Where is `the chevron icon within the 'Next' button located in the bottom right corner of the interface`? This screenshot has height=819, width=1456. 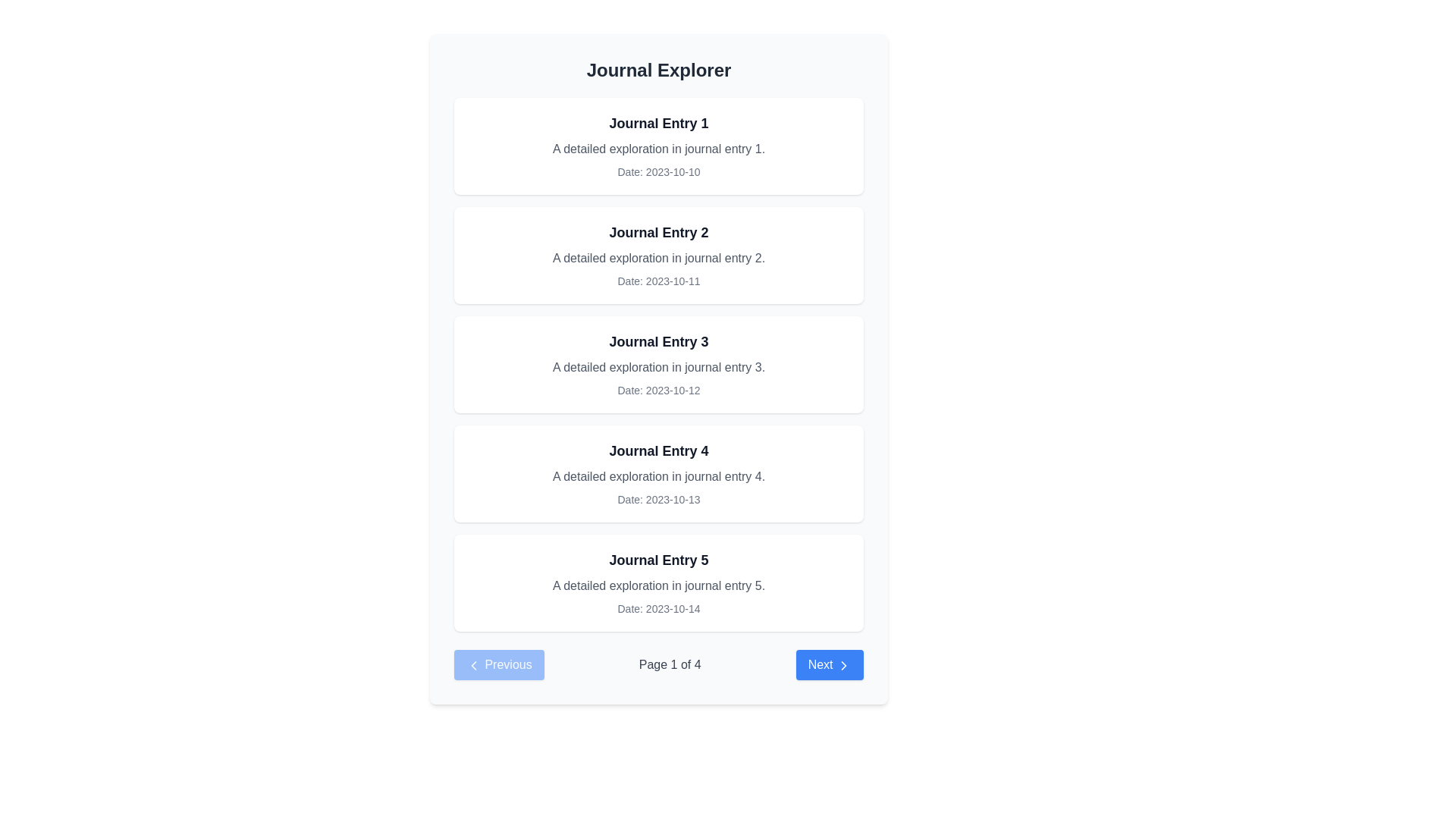 the chevron icon within the 'Next' button located in the bottom right corner of the interface is located at coordinates (843, 664).